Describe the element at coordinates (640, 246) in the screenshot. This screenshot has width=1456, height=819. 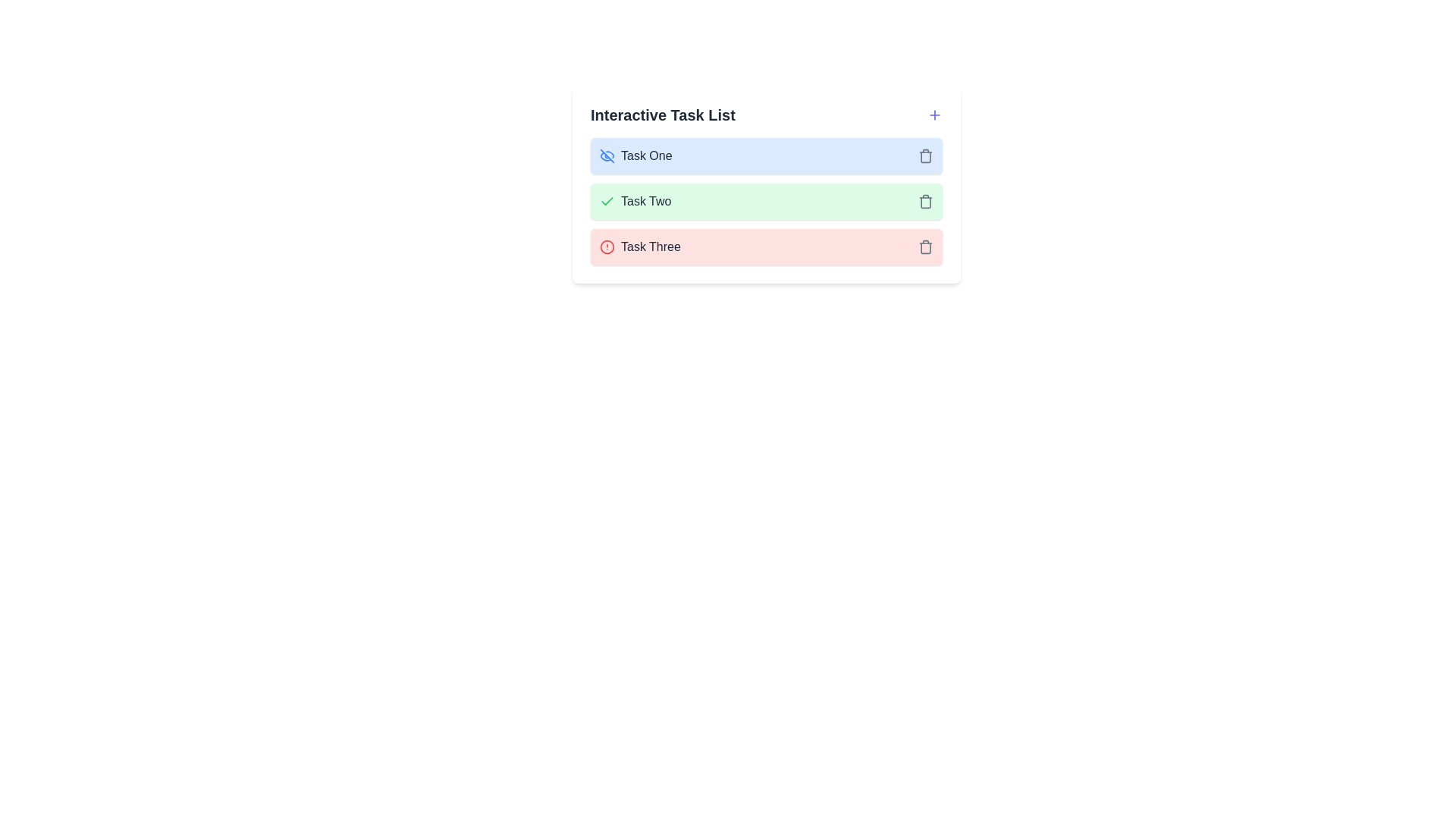
I see `the text of the third task item in the task list, which is visually indicated by a red warning icon` at that location.